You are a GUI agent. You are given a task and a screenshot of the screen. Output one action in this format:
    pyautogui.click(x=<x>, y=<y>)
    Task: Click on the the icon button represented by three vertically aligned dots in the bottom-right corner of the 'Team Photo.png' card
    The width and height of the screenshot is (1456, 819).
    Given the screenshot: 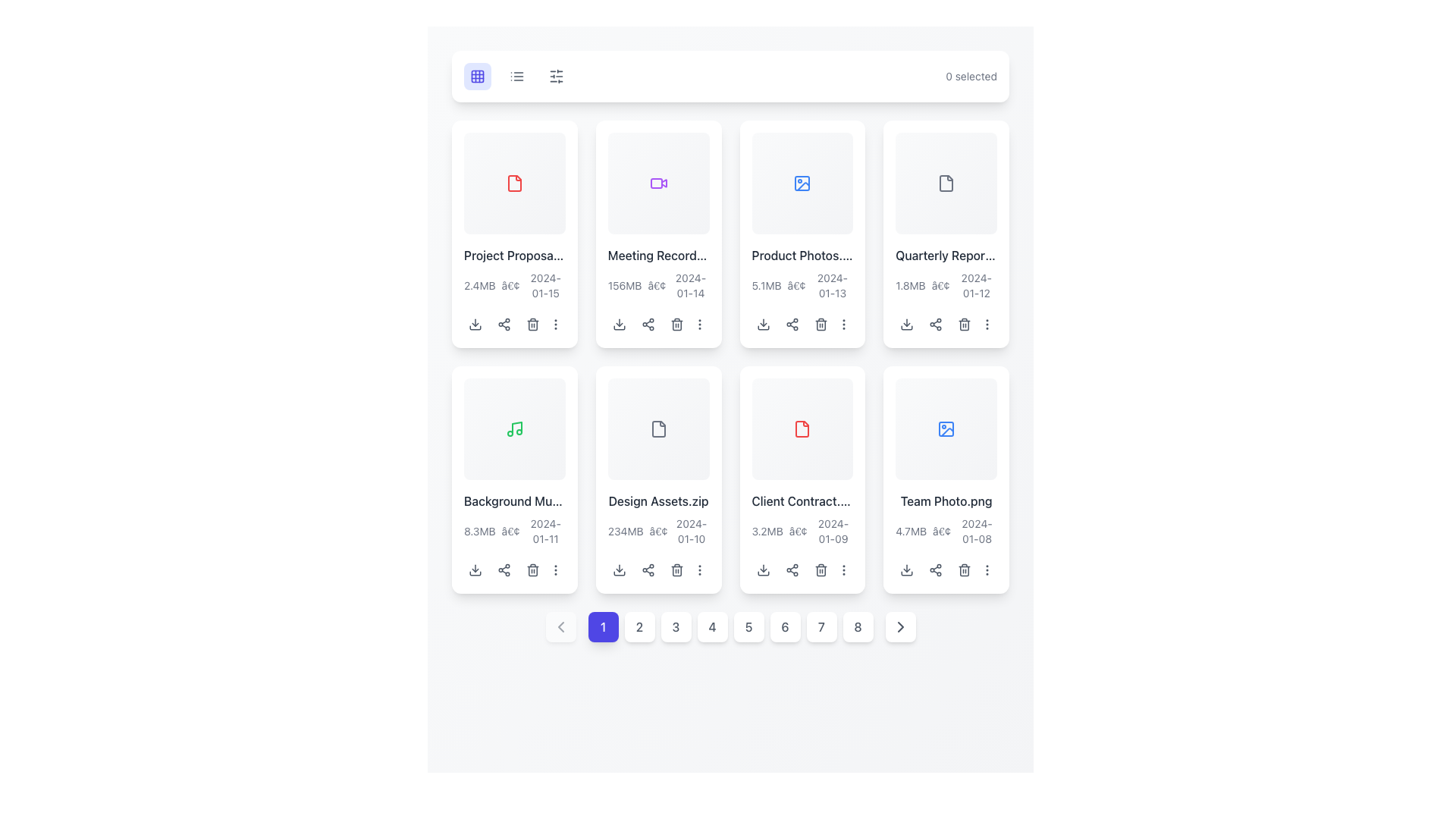 What is the action you would take?
    pyautogui.click(x=987, y=570)
    